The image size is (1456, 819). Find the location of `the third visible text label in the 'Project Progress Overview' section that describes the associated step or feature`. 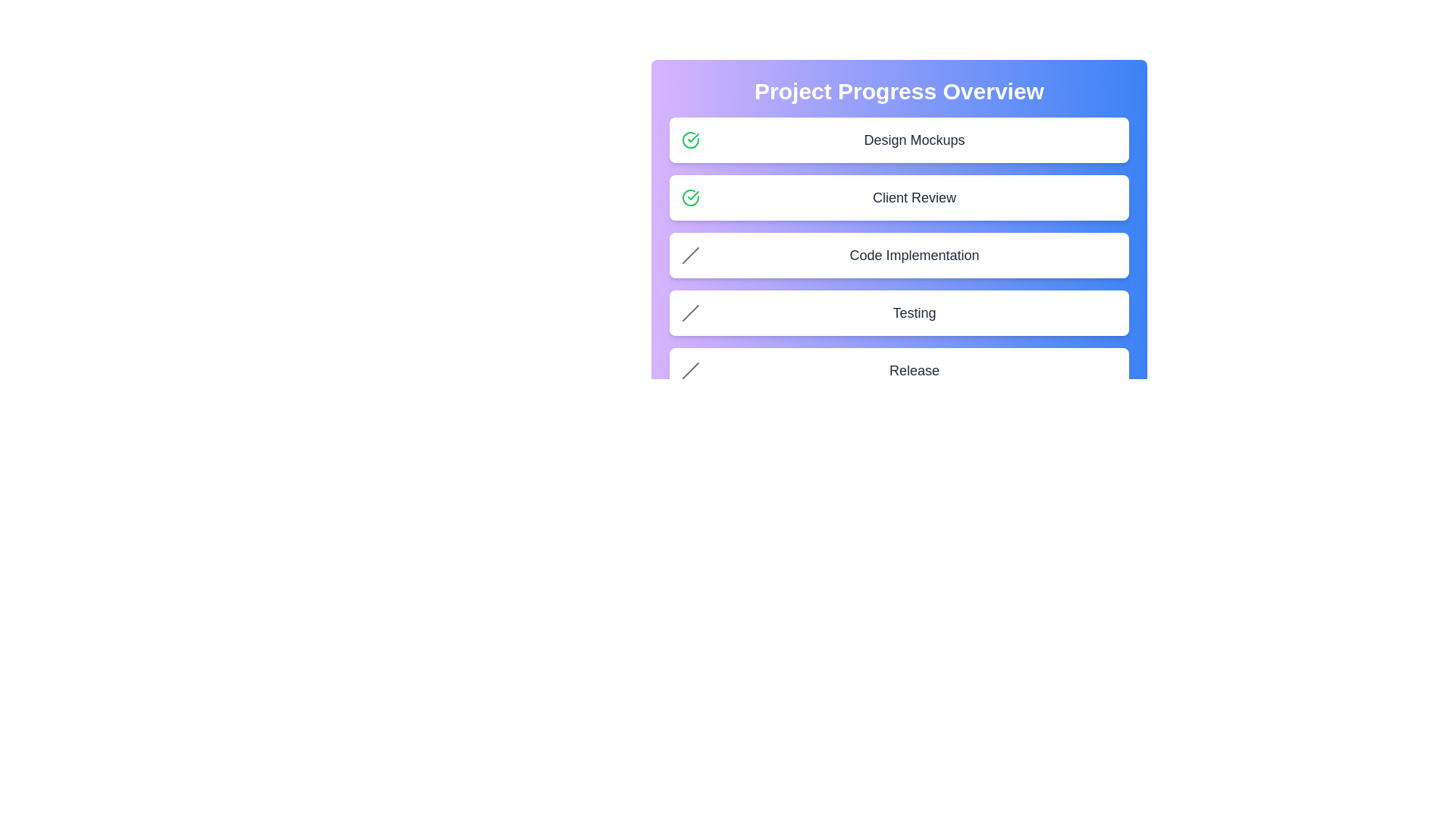

the third visible text label in the 'Project Progress Overview' section that describes the associated step or feature is located at coordinates (913, 254).